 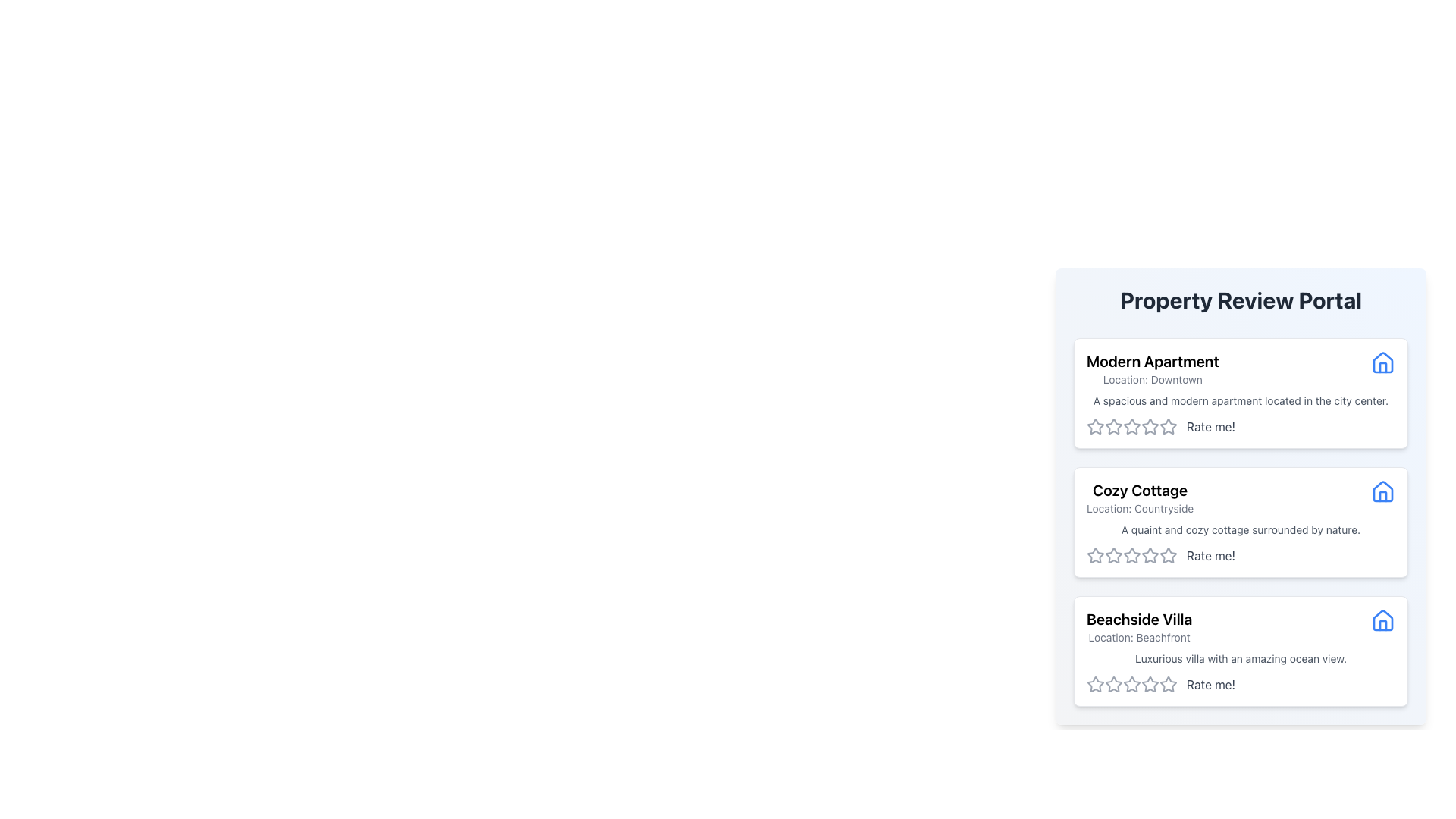 I want to click on the descriptive text label for the rating system located on the far right of the review section for the 'Cozy Cottage' property in the 'Property Review Portal' interface, so click(x=1210, y=555).